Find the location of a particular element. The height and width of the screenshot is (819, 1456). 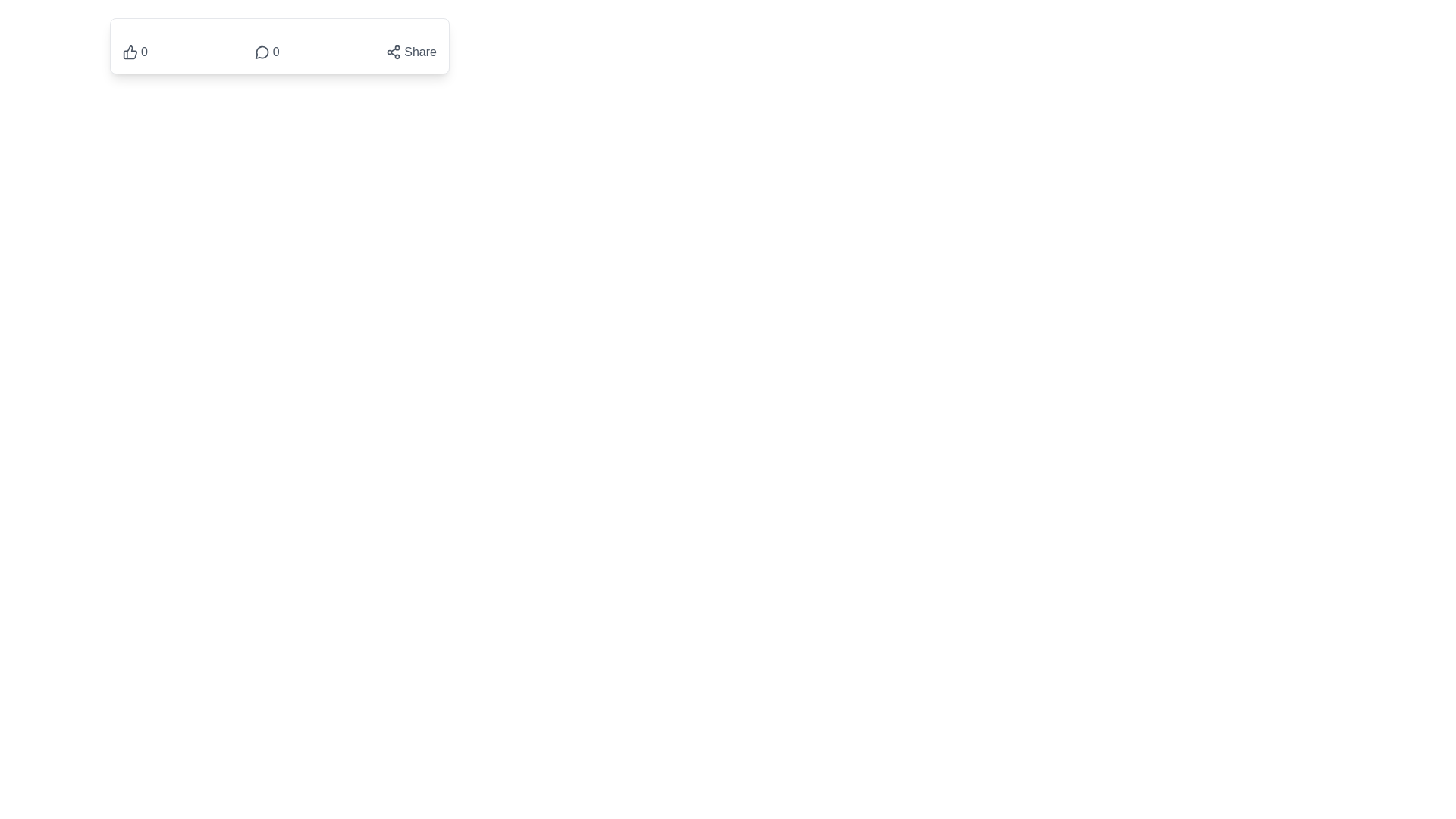

the Interactive Button featuring a comment bubble icon and the number '0' is located at coordinates (267, 52).